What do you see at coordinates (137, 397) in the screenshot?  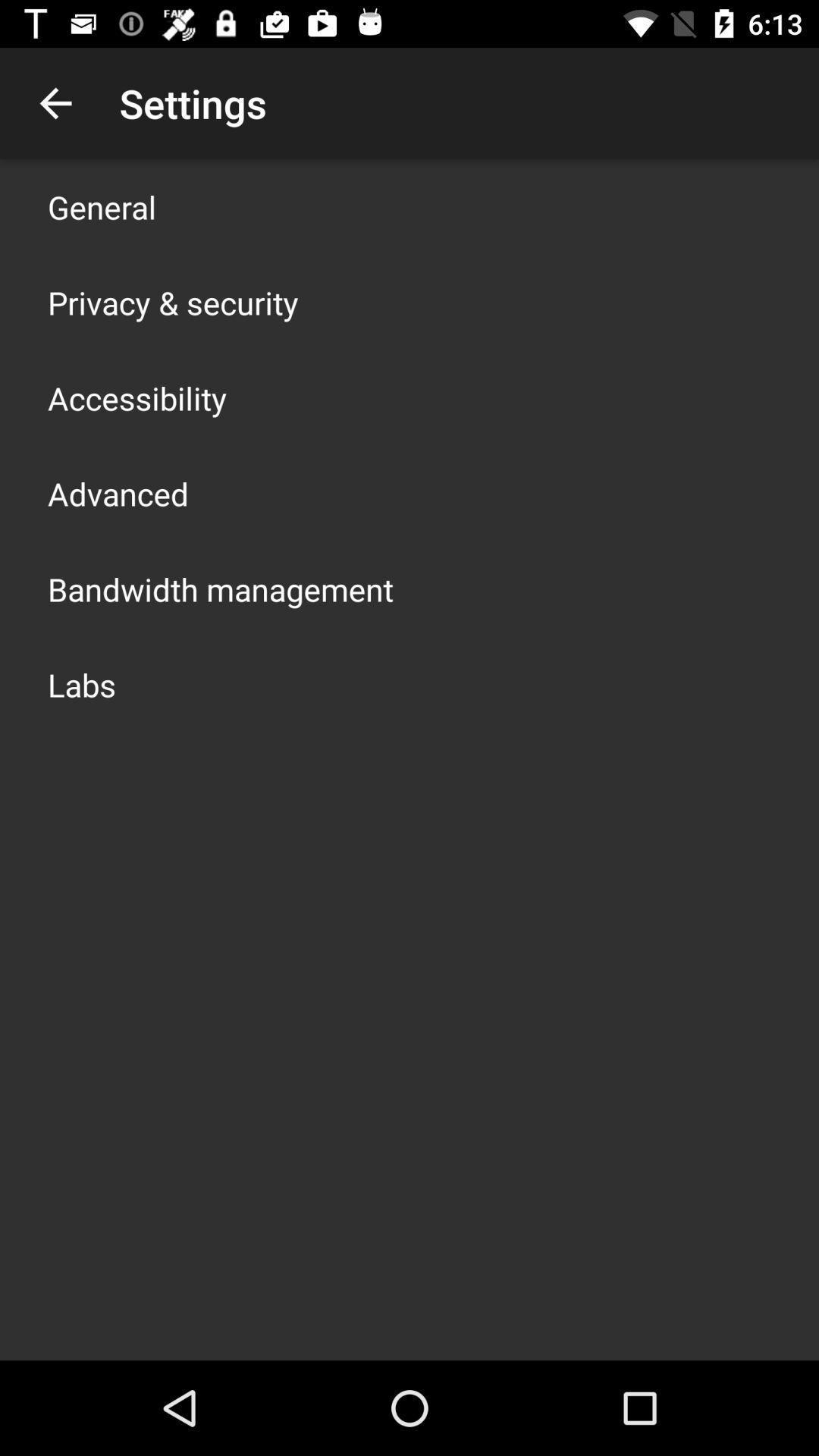 I see `the accessibility icon` at bounding box center [137, 397].